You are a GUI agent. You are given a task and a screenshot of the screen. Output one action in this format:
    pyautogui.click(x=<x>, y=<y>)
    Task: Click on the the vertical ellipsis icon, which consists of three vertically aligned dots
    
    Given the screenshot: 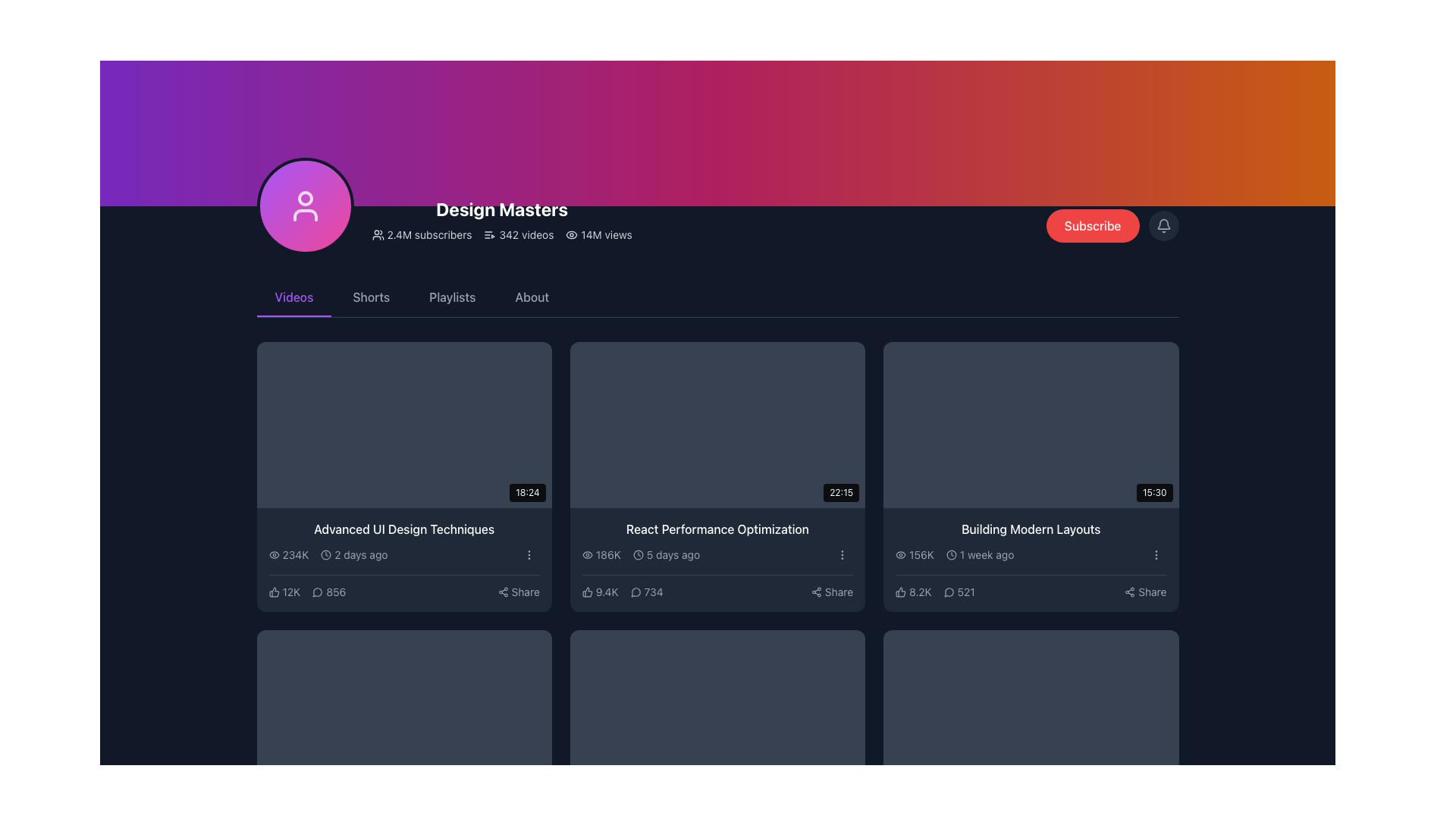 What is the action you would take?
    pyautogui.click(x=529, y=555)
    